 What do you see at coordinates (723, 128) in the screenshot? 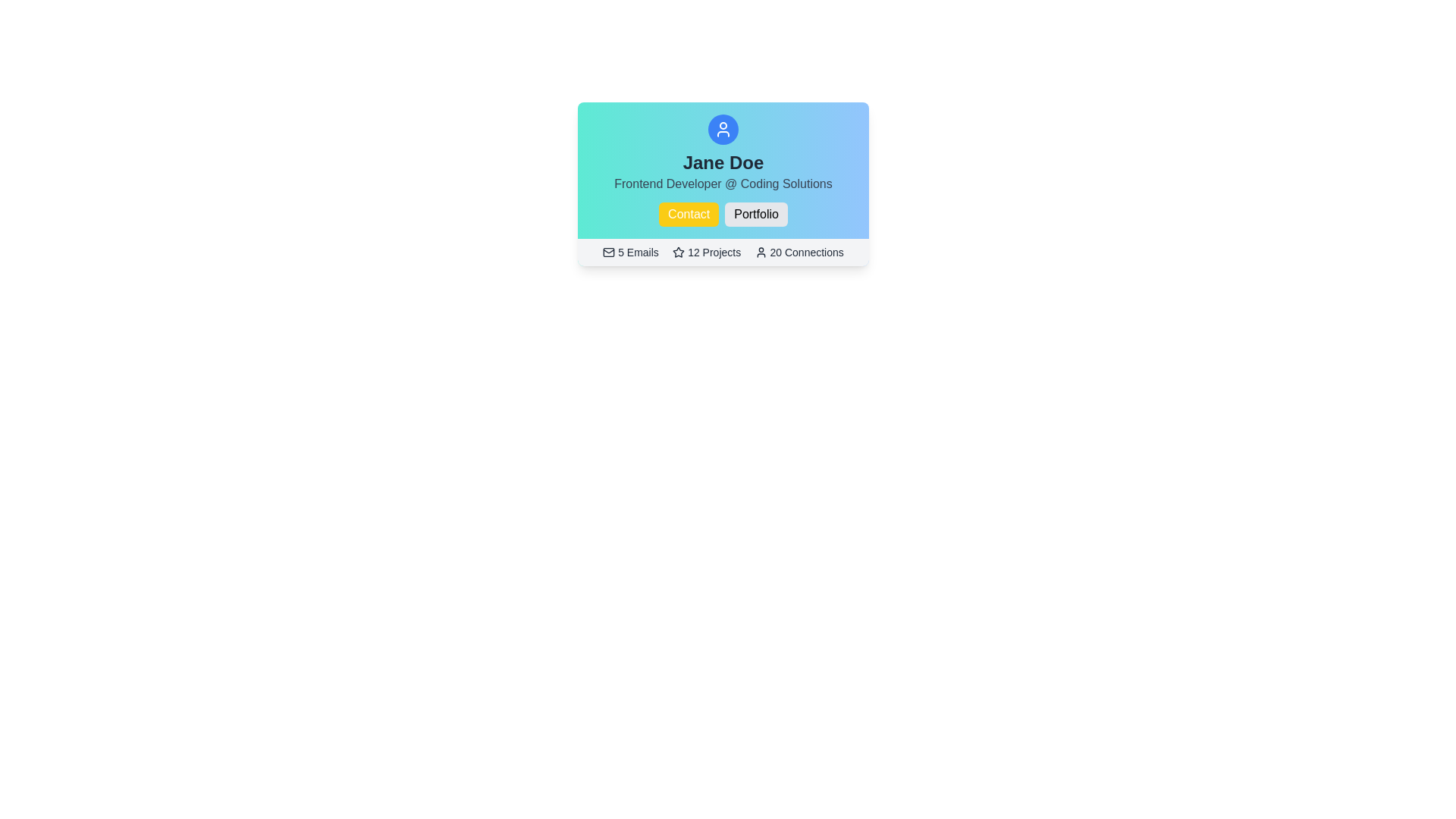
I see `the Avatar icon above the text 'Jane Doe' to perform dynamic actions` at bounding box center [723, 128].